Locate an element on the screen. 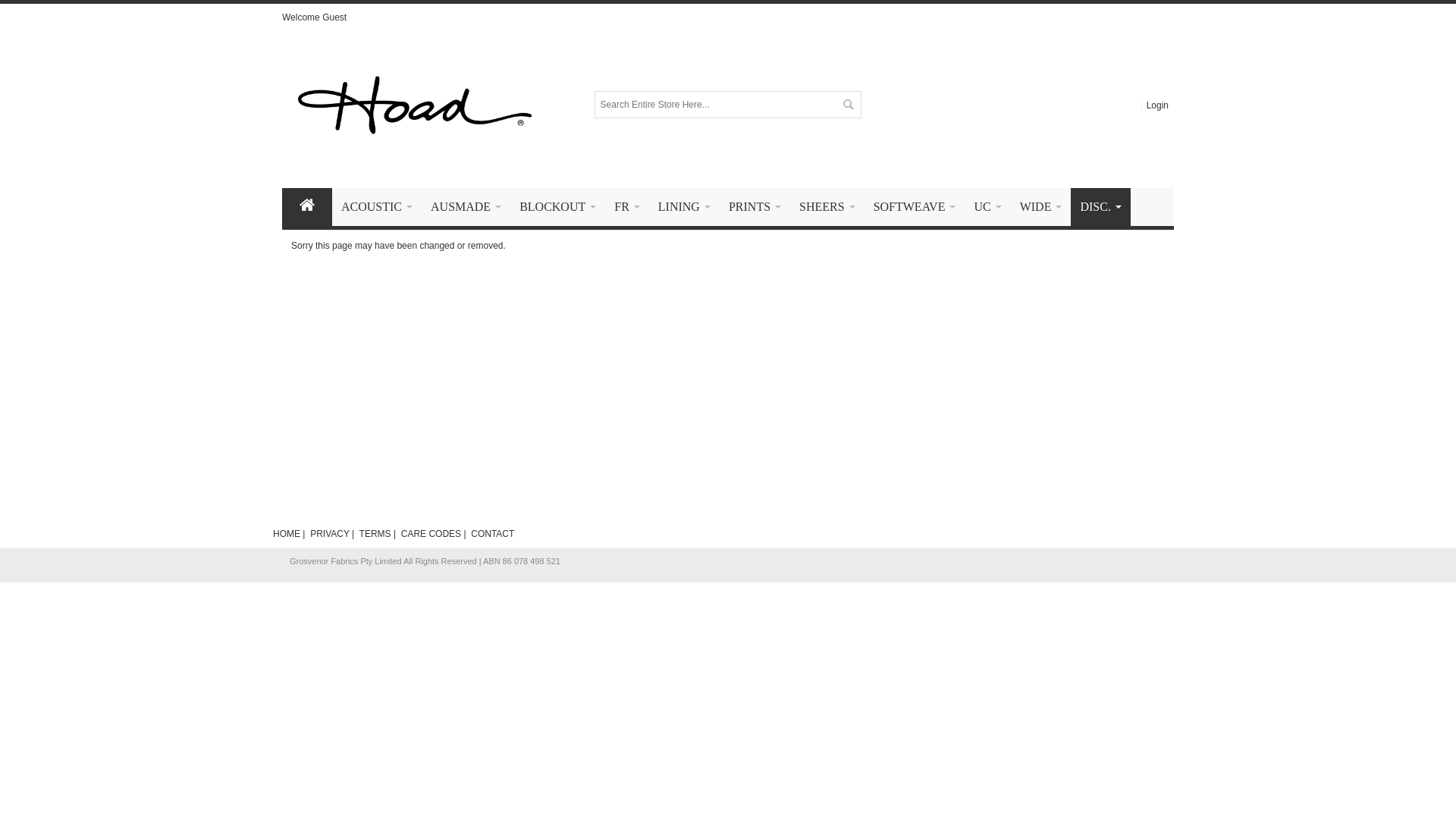  'HOME' is located at coordinates (287, 533).